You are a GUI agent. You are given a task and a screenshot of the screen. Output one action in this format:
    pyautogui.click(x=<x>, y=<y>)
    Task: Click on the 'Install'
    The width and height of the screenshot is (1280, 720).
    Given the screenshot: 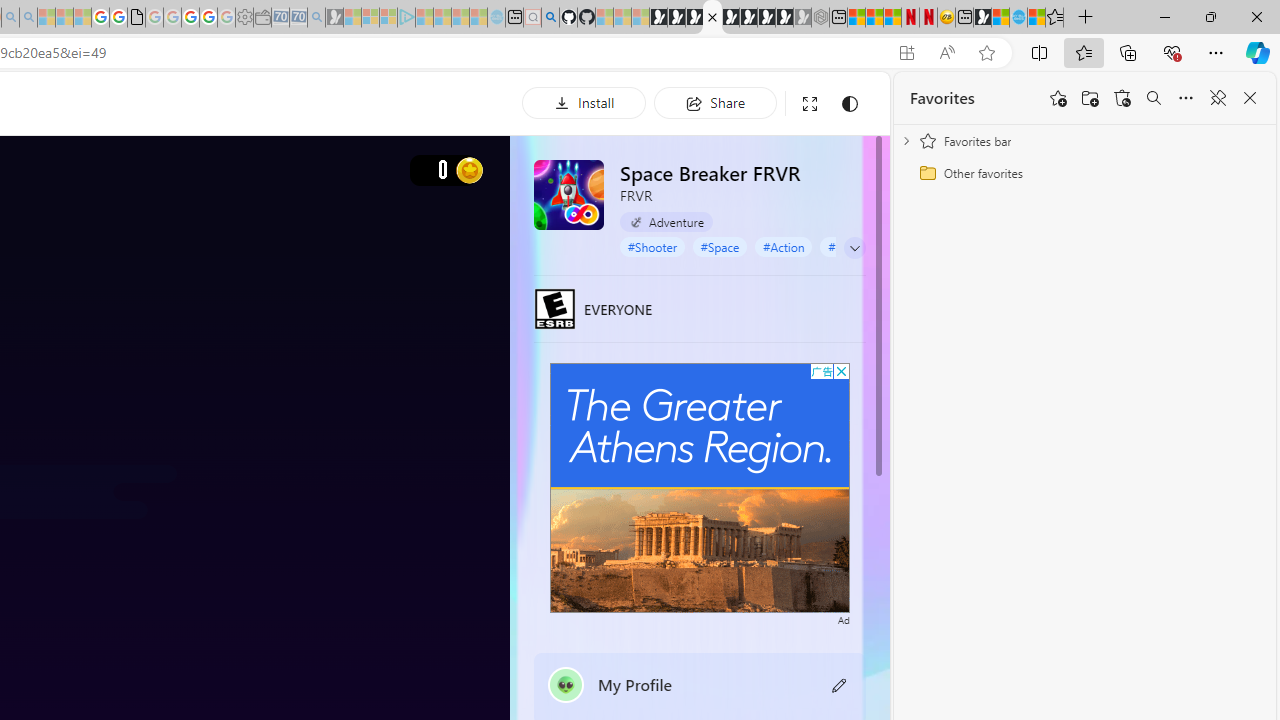 What is the action you would take?
    pyautogui.click(x=583, y=102)
    